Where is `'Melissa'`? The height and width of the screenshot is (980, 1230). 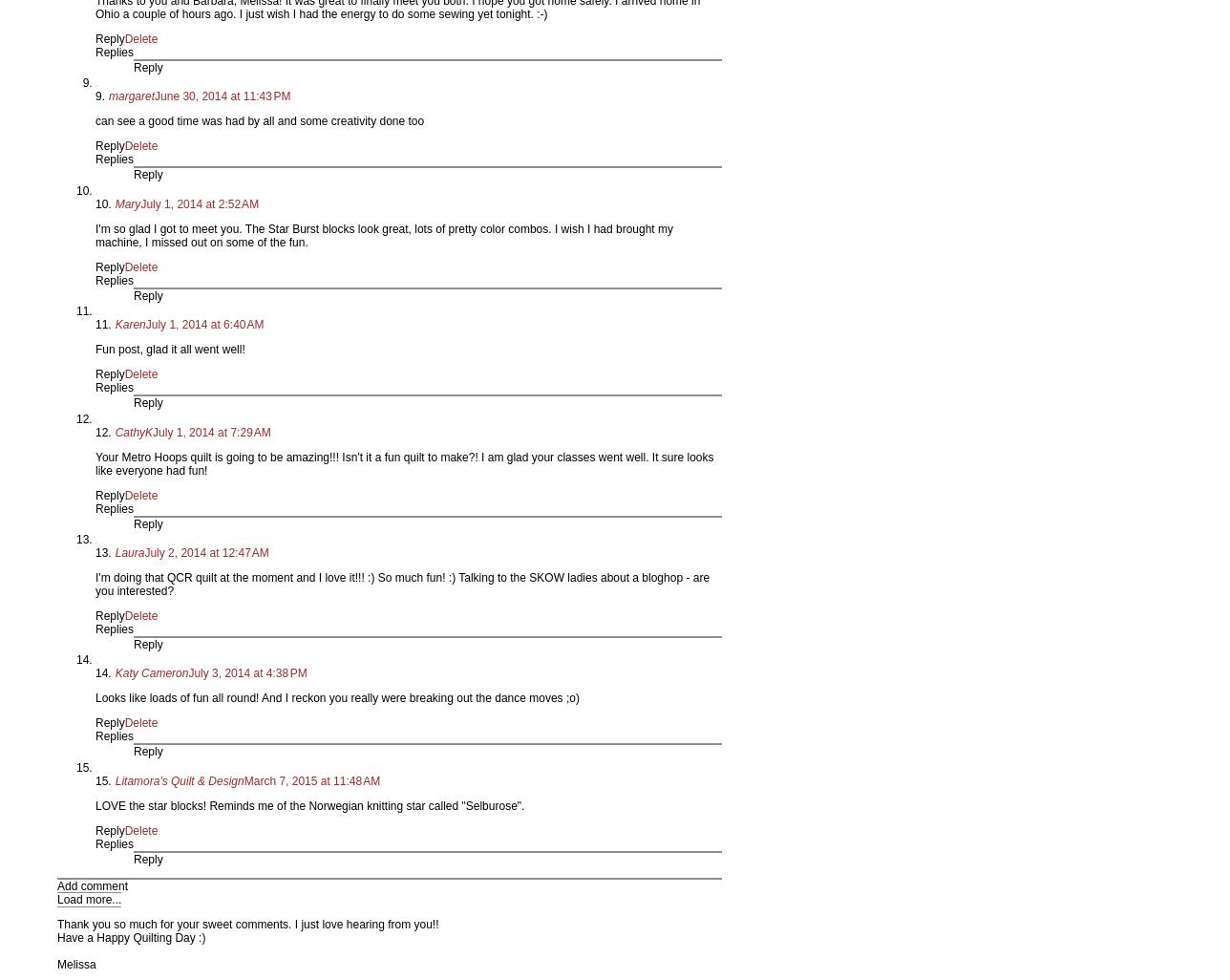
'Melissa' is located at coordinates (75, 962).